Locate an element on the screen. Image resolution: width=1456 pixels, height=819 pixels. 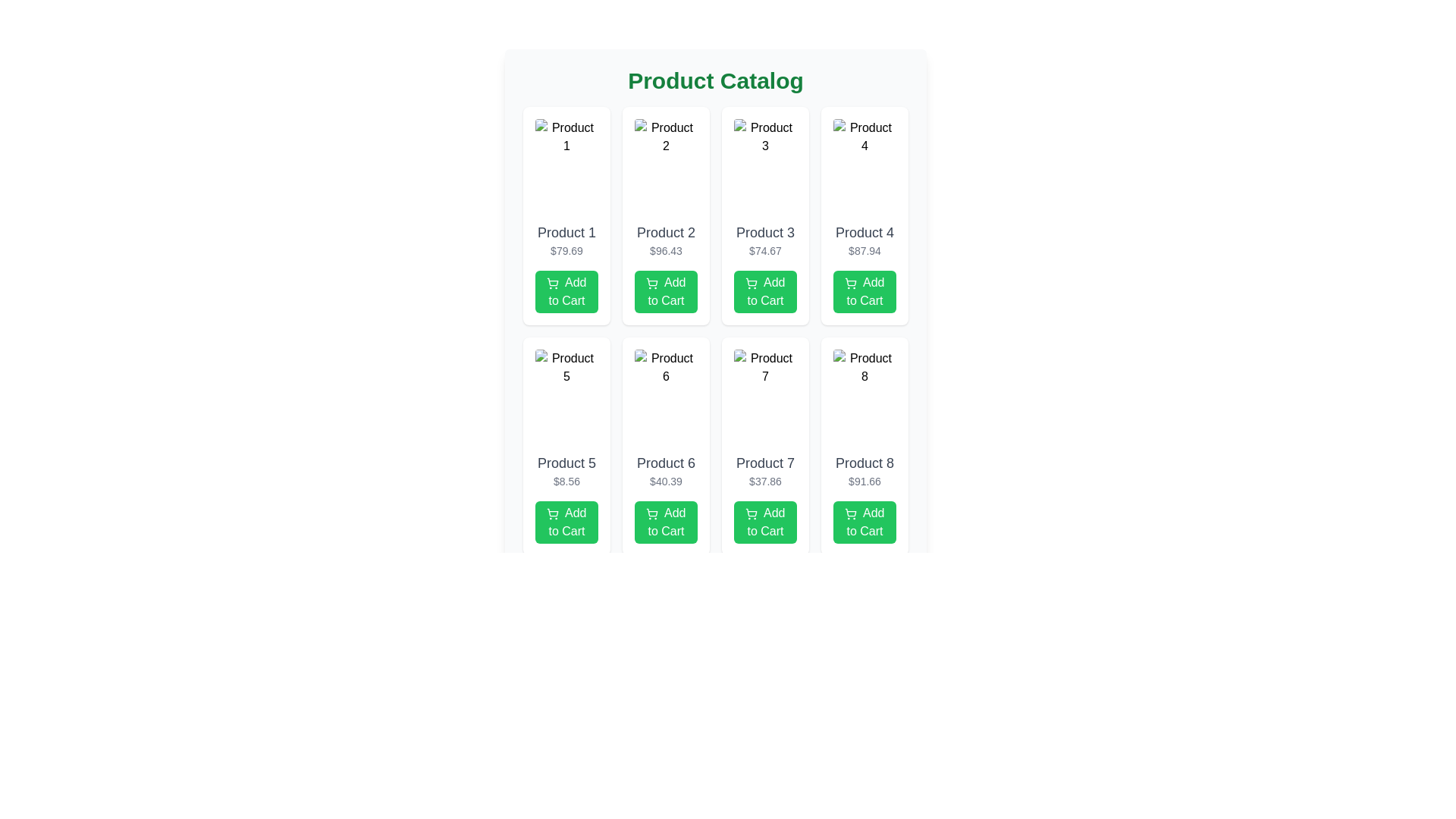
page number displayed on the Pagination control located at the bottom of the product catalog, which includes navigation buttons and current page information is located at coordinates (715, 587).